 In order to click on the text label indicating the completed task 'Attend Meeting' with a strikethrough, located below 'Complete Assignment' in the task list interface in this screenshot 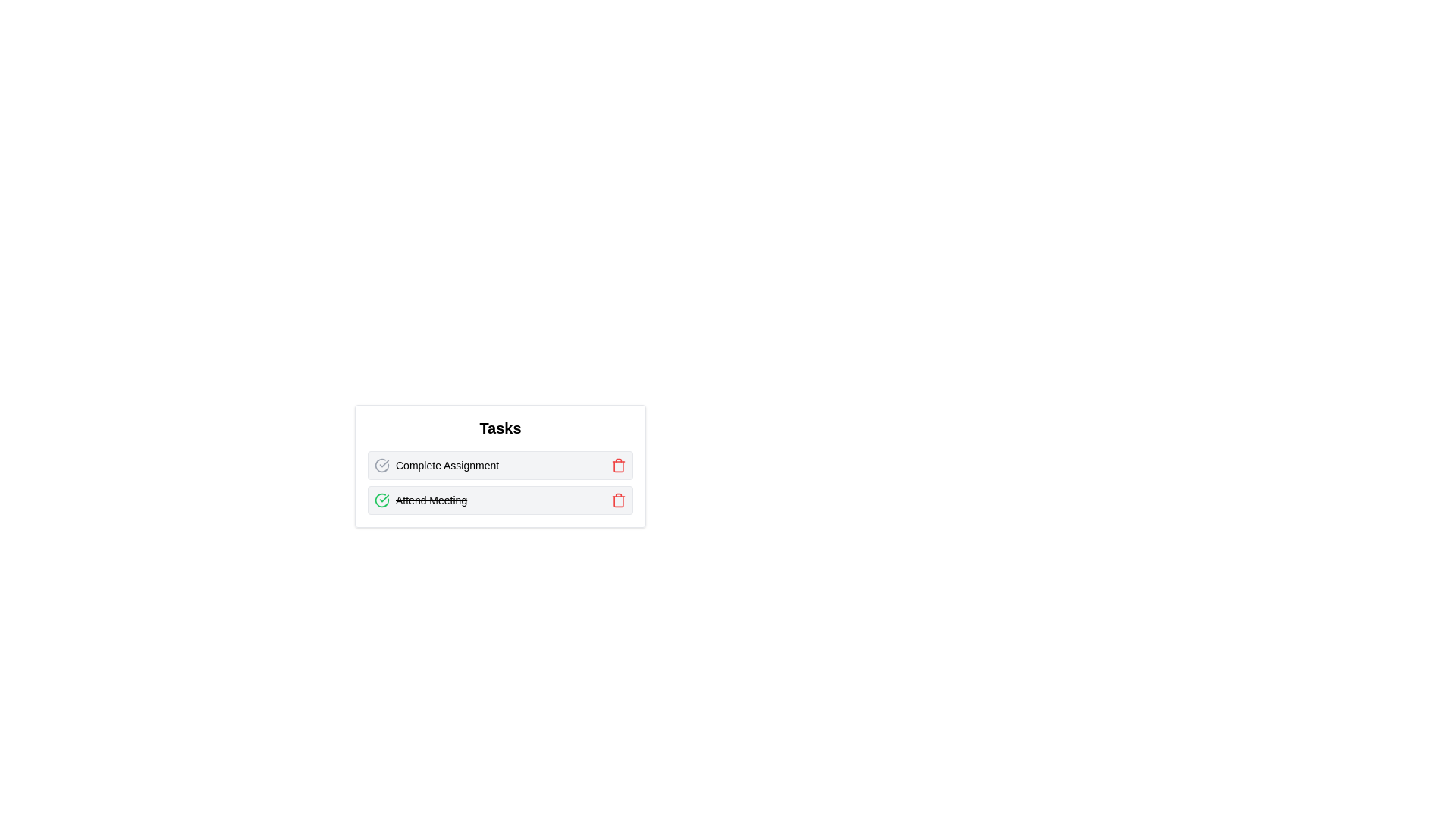, I will do `click(431, 500)`.